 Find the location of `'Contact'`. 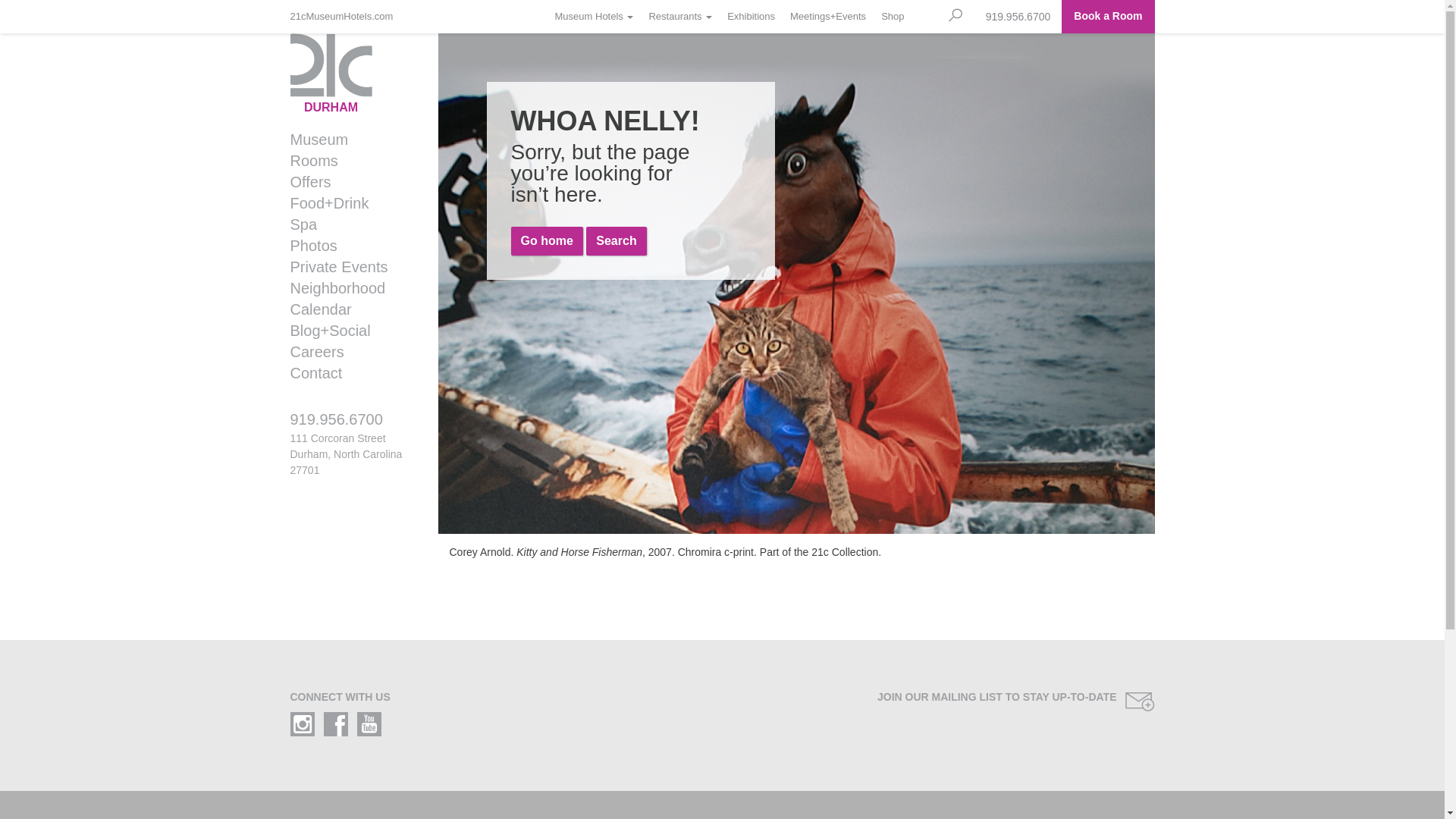

'Contact' is located at coordinates (280, 373).